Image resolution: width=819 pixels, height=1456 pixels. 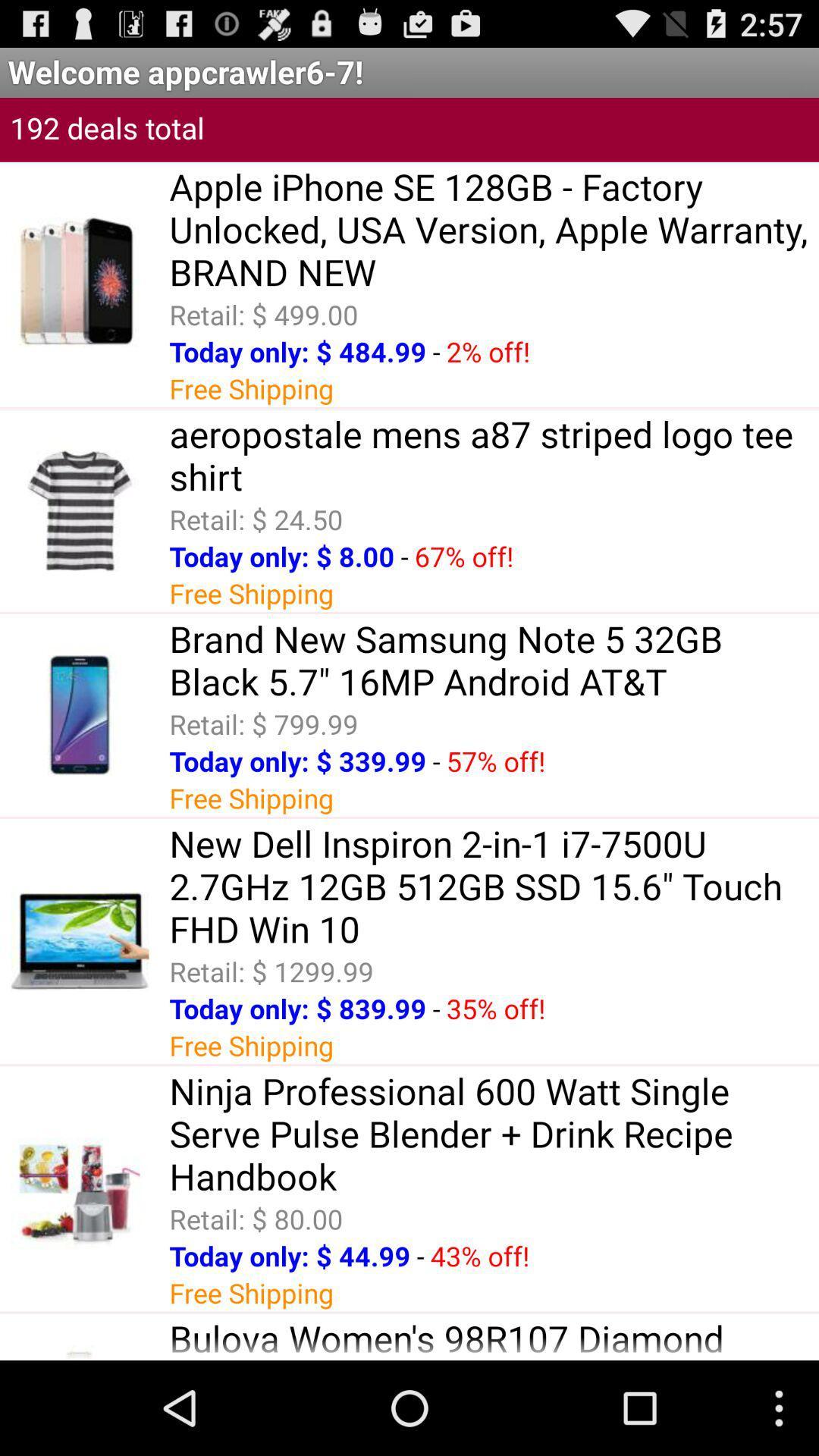 I want to click on app to the left of 2% off! item, so click(x=436, y=350).